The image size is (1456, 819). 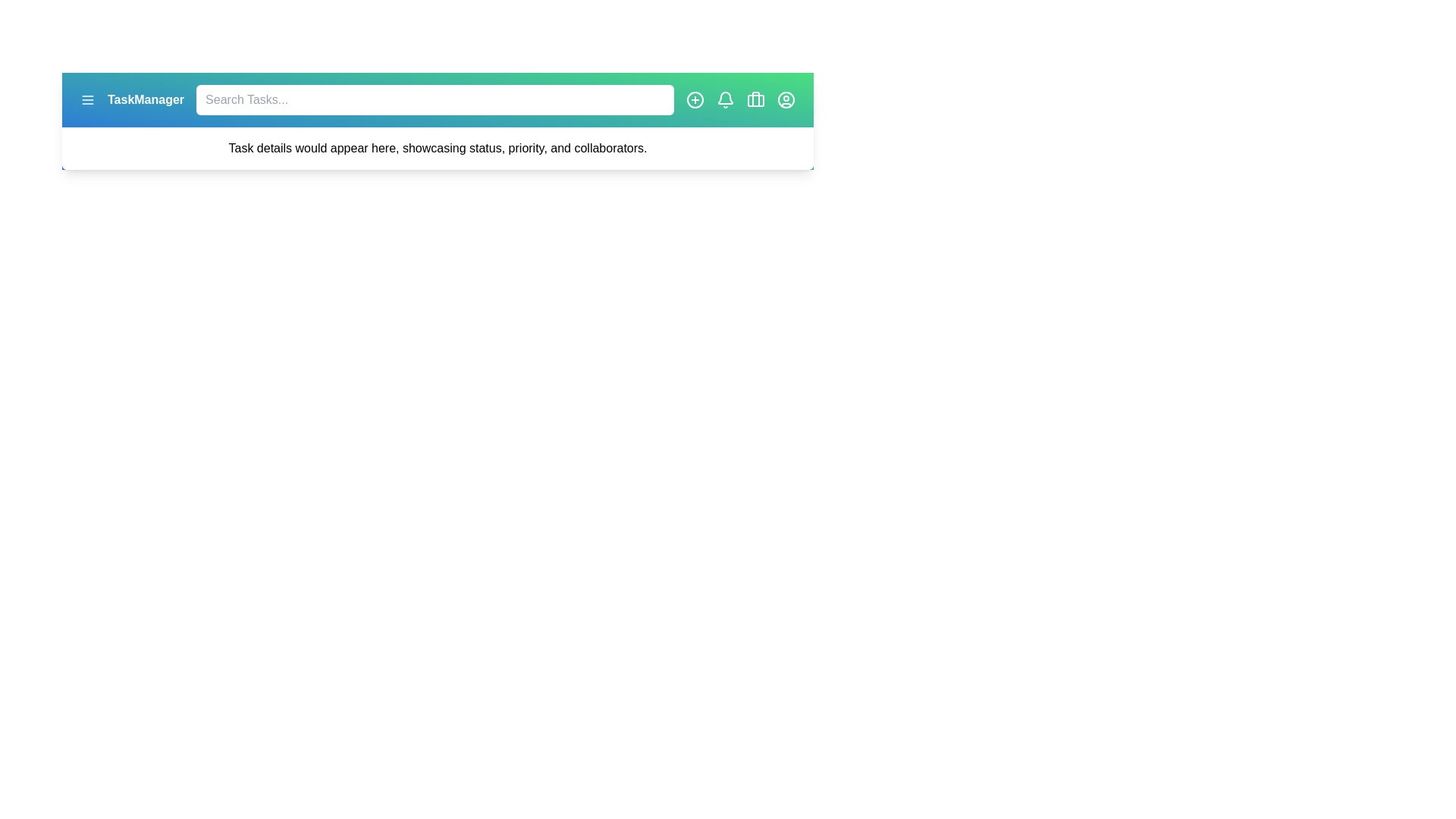 I want to click on the briefcase icon to open the task briefcase, so click(x=756, y=99).